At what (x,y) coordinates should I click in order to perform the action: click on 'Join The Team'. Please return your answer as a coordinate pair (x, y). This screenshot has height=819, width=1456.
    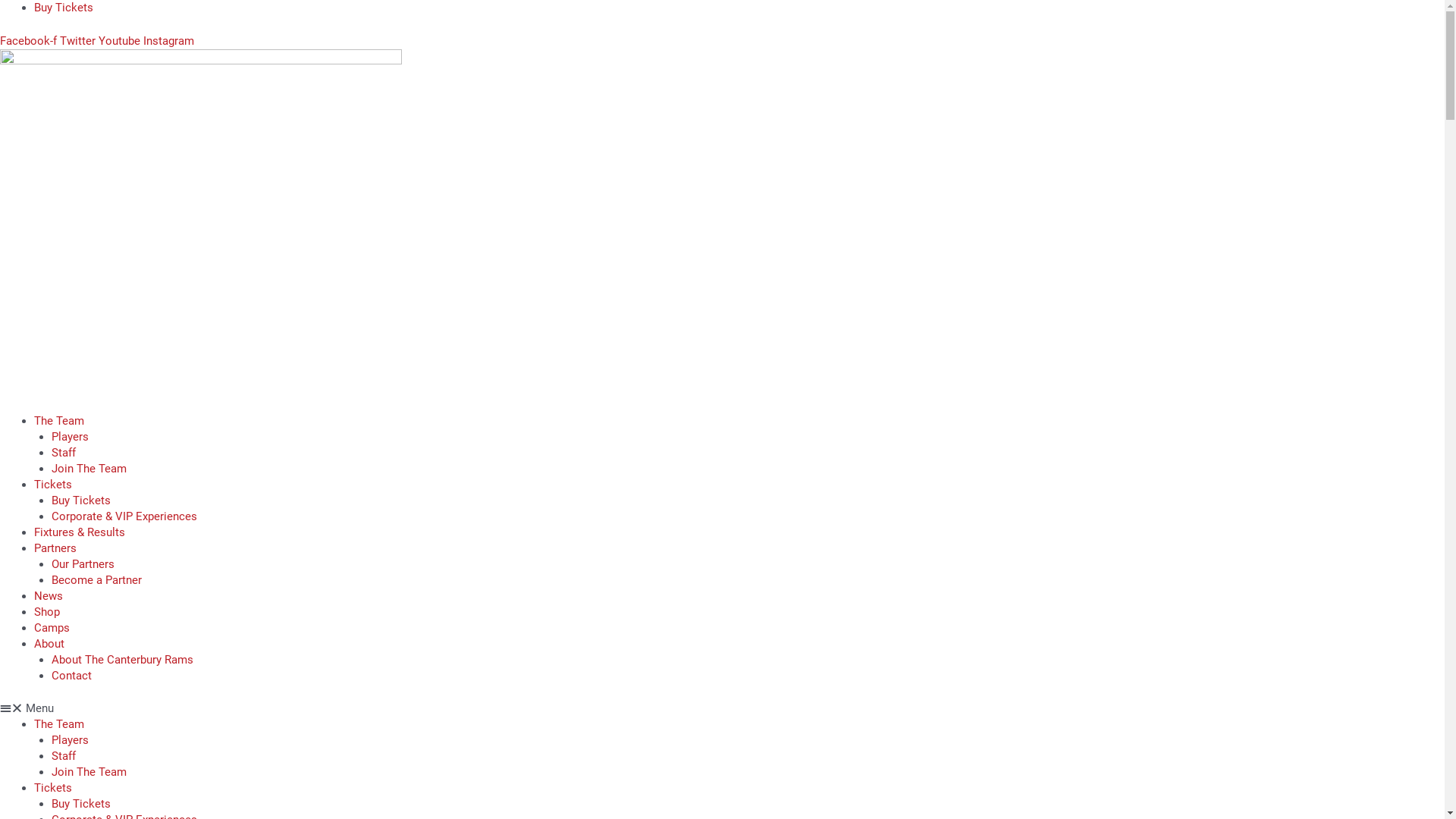
    Looking at the image, I should click on (88, 467).